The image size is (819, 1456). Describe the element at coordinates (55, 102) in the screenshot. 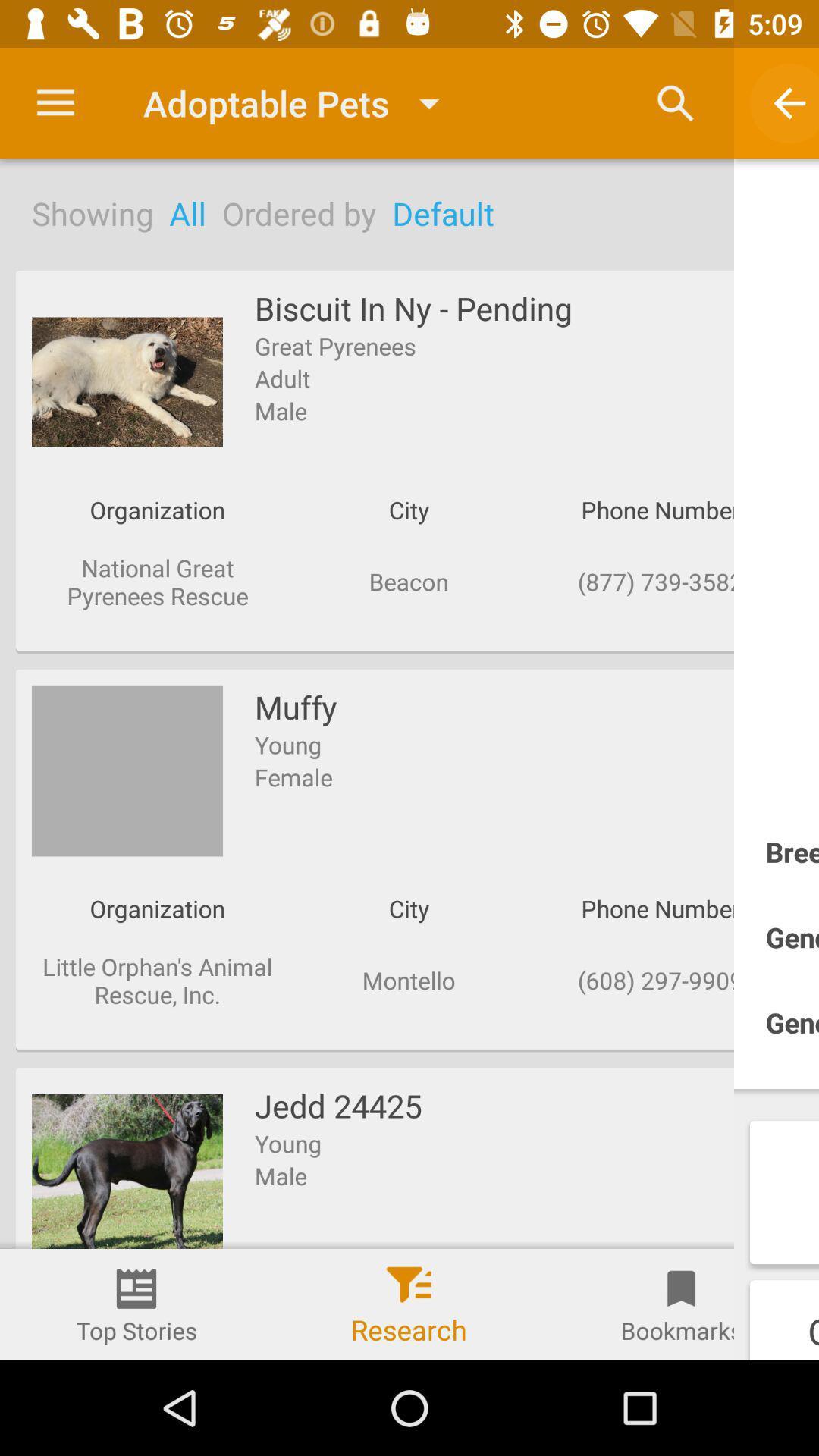

I see `open settings` at that location.